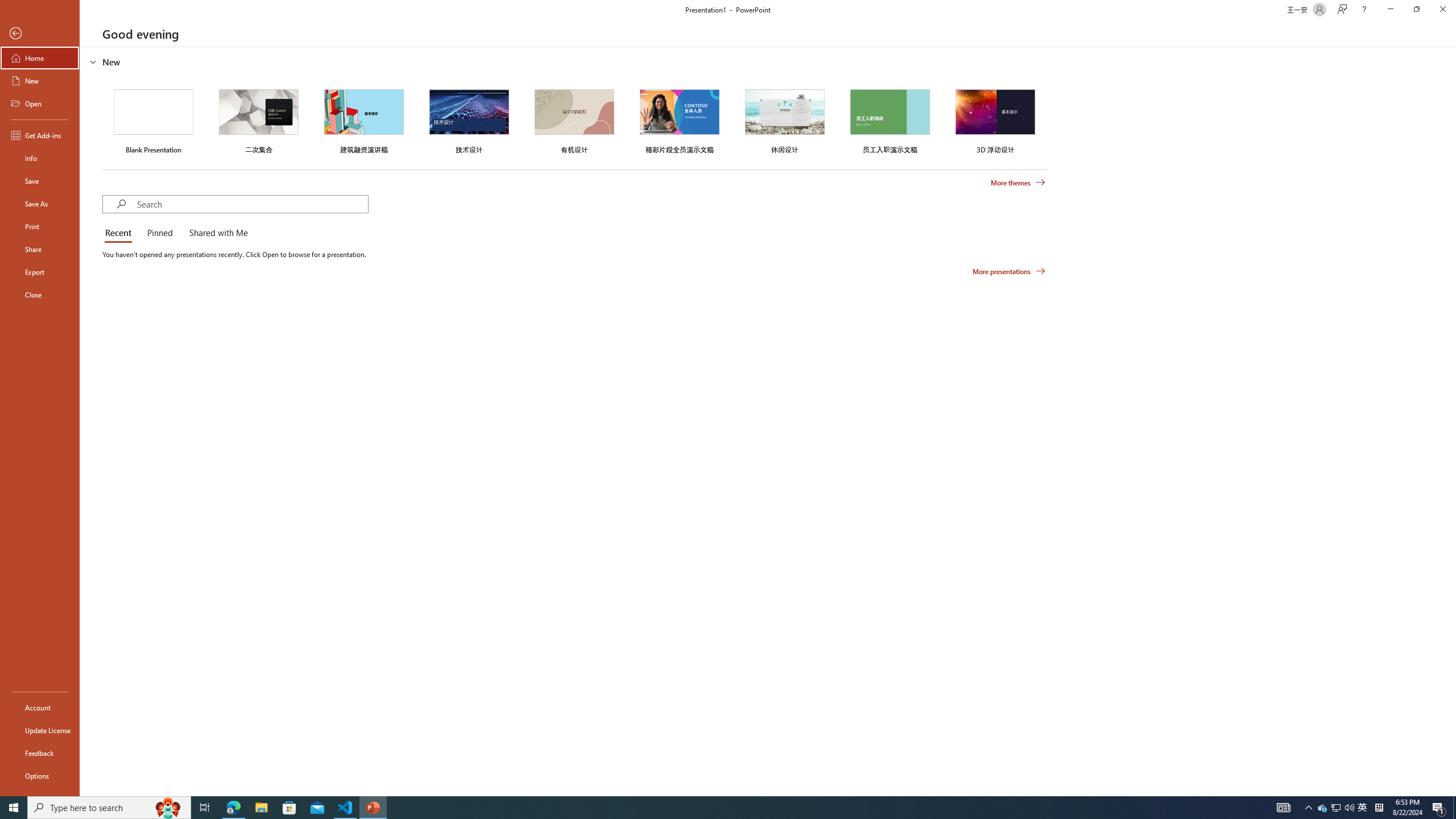  Describe the element at coordinates (1451, 421) in the screenshot. I see `'Class: NetUIScrollBar'` at that location.